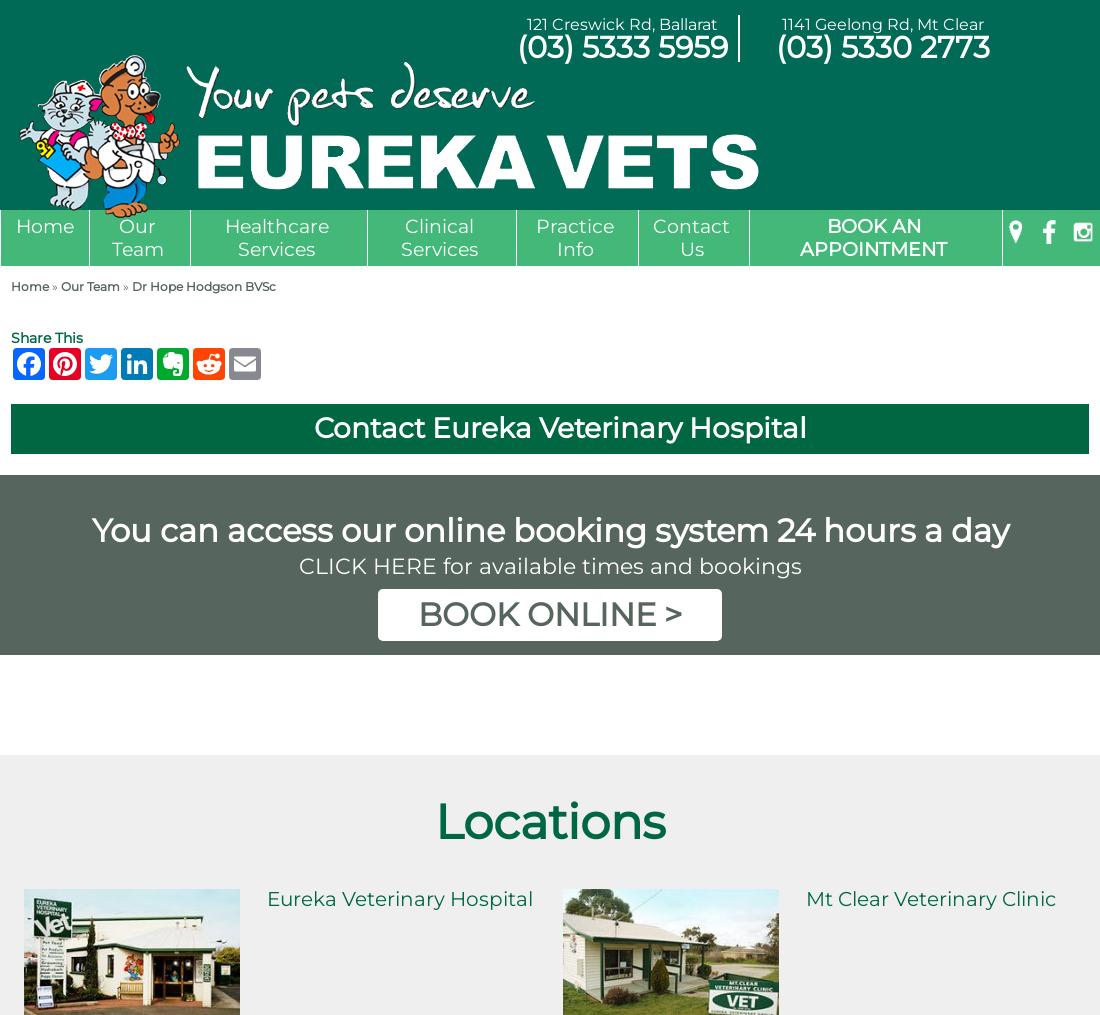 Image resolution: width=1100 pixels, height=1015 pixels. Describe the element at coordinates (549, 530) in the screenshot. I see `'You can access our online booking system 24 hours a day'` at that location.